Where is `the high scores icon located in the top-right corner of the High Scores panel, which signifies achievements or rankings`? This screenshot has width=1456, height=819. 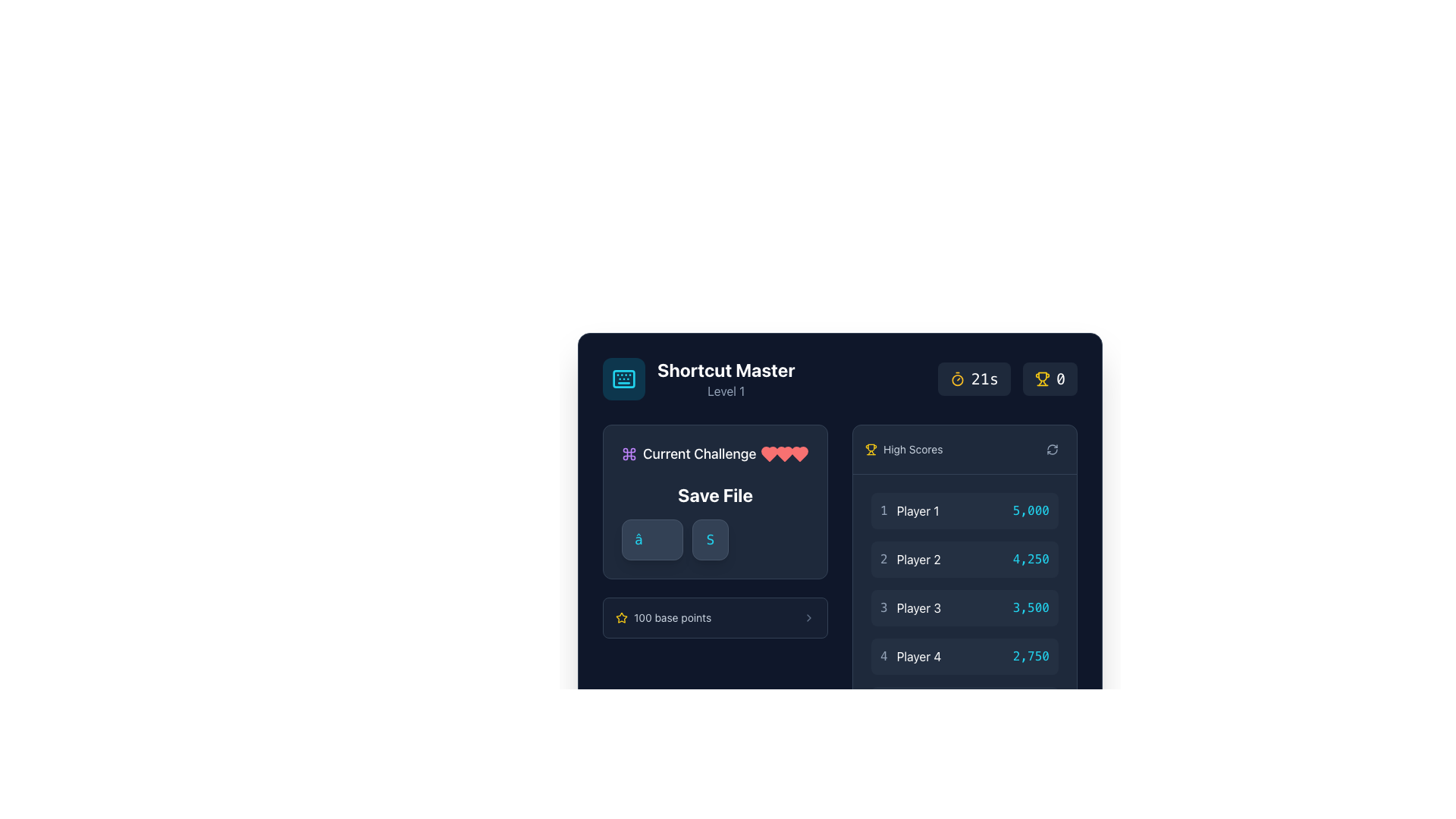
the high scores icon located in the top-right corner of the High Scores panel, which signifies achievements or rankings is located at coordinates (871, 447).